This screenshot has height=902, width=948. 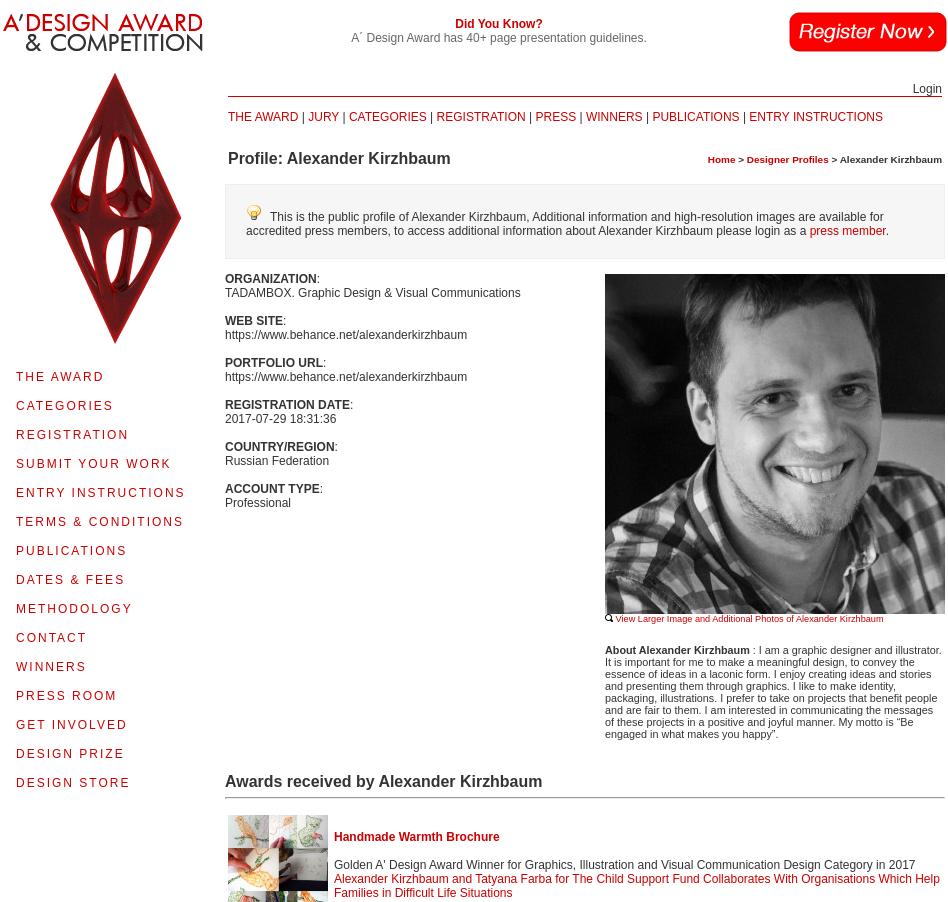 I want to click on 'DESIGN PRIZE', so click(x=69, y=752).